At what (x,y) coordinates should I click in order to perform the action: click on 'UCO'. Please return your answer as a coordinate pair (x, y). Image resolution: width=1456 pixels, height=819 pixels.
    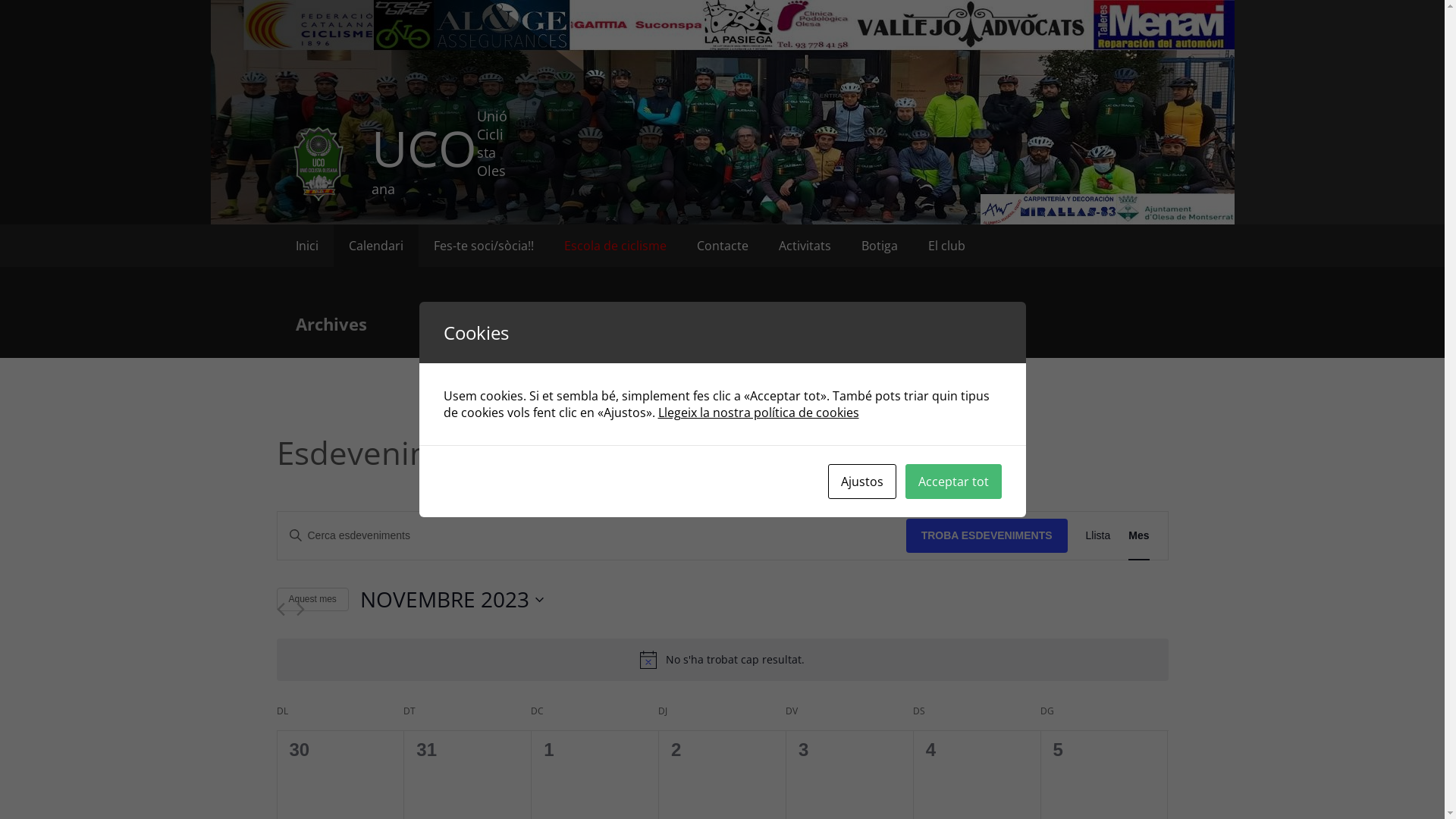
    Looking at the image, I should click on (424, 148).